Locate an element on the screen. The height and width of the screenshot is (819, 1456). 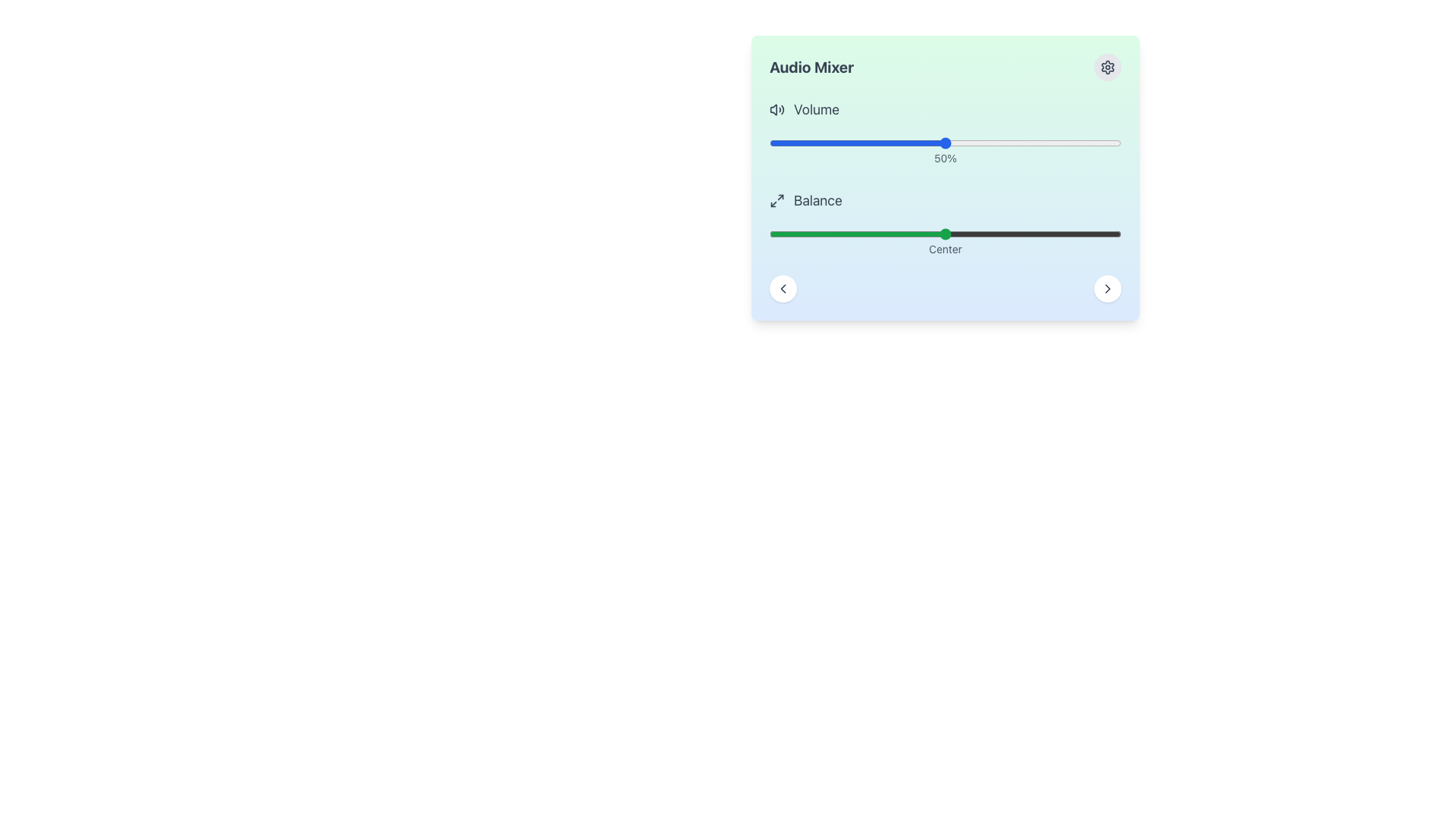
the small, right-pointing chevron icon located in the upper right corner of the interface, which is part of a circular button indicating forward navigation is located at coordinates (1107, 289).